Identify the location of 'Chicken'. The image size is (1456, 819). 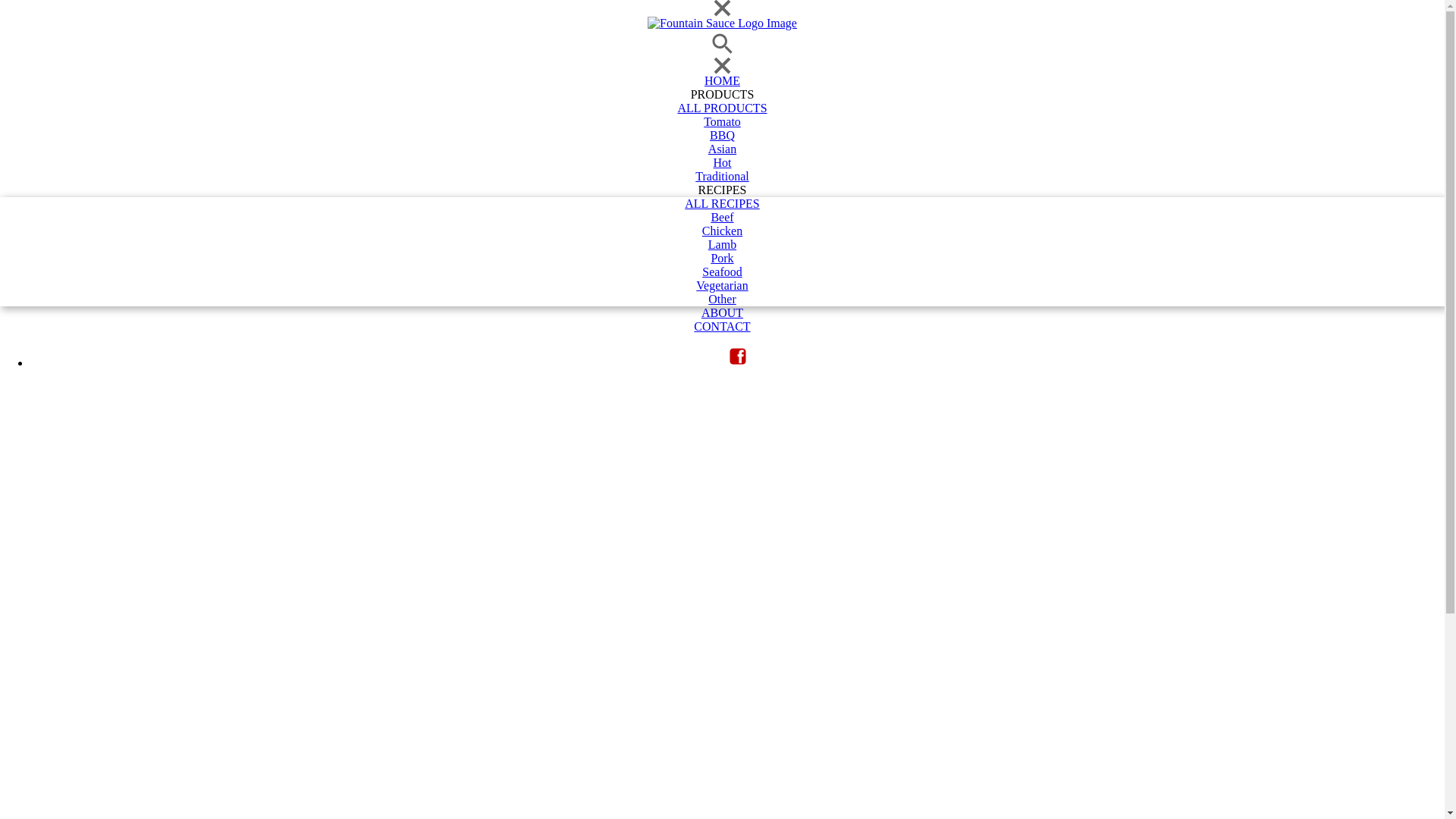
(721, 231).